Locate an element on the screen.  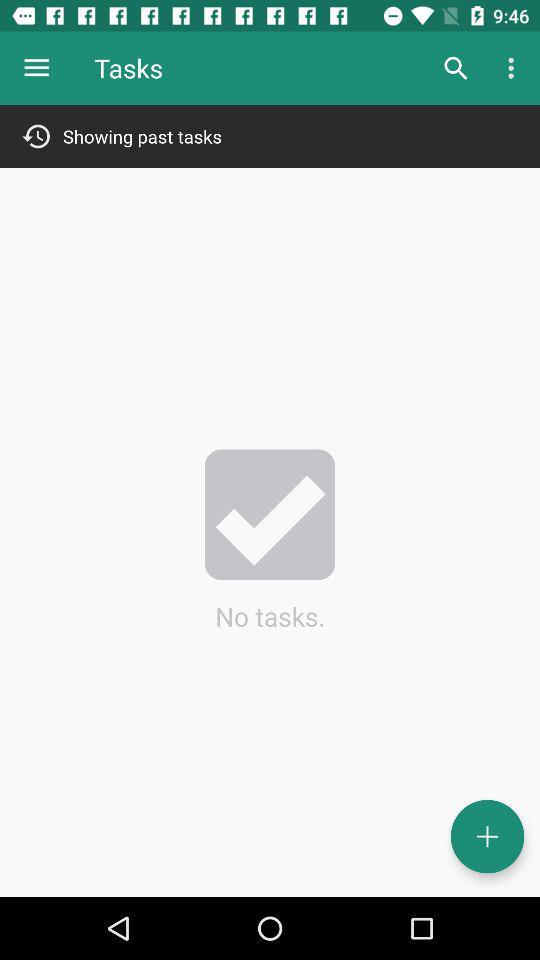
the icon at the bottom right corner is located at coordinates (486, 836).